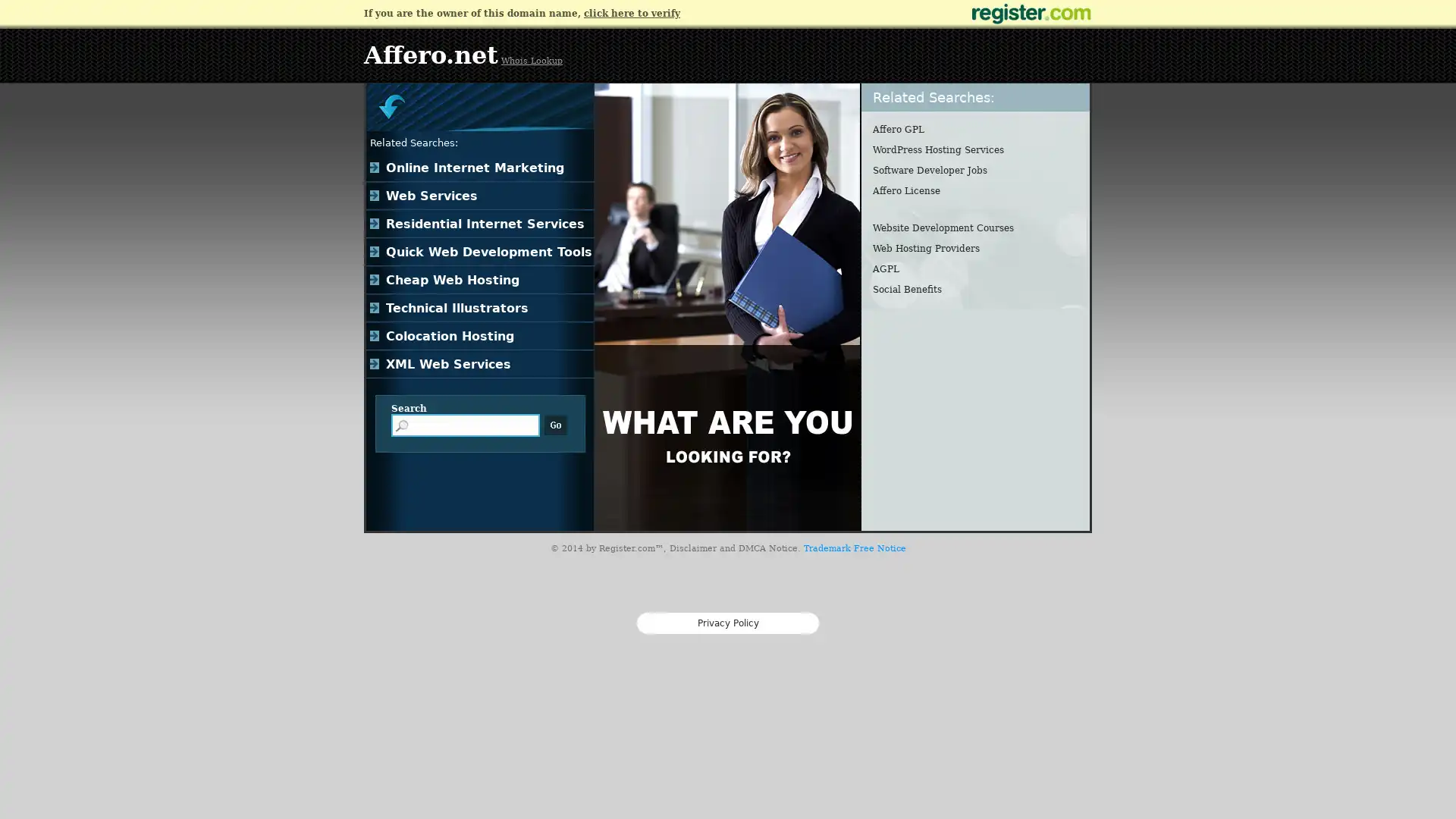 This screenshot has width=1456, height=819. I want to click on Go, so click(555, 425).